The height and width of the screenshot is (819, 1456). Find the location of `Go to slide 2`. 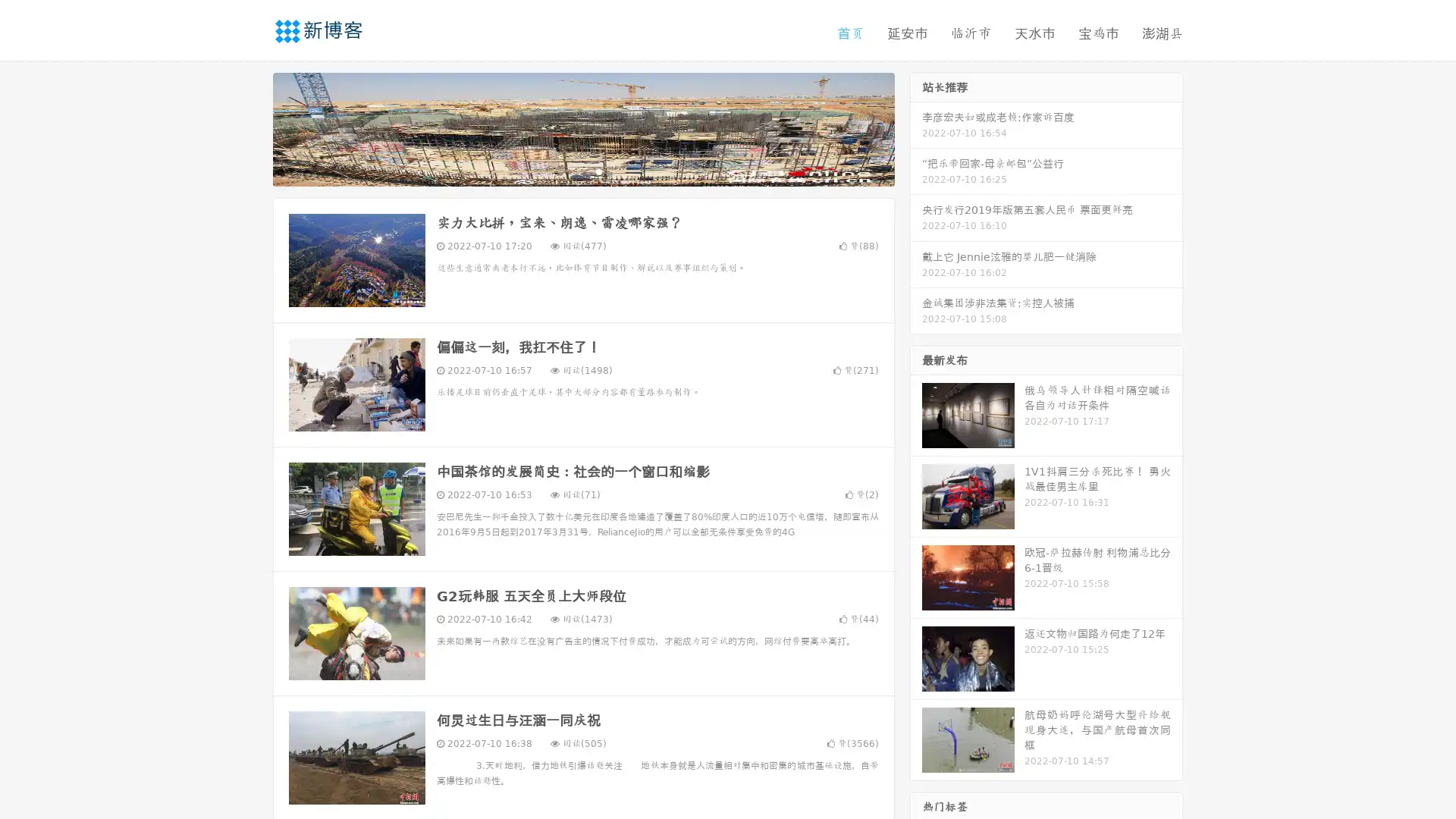

Go to slide 2 is located at coordinates (582, 171).